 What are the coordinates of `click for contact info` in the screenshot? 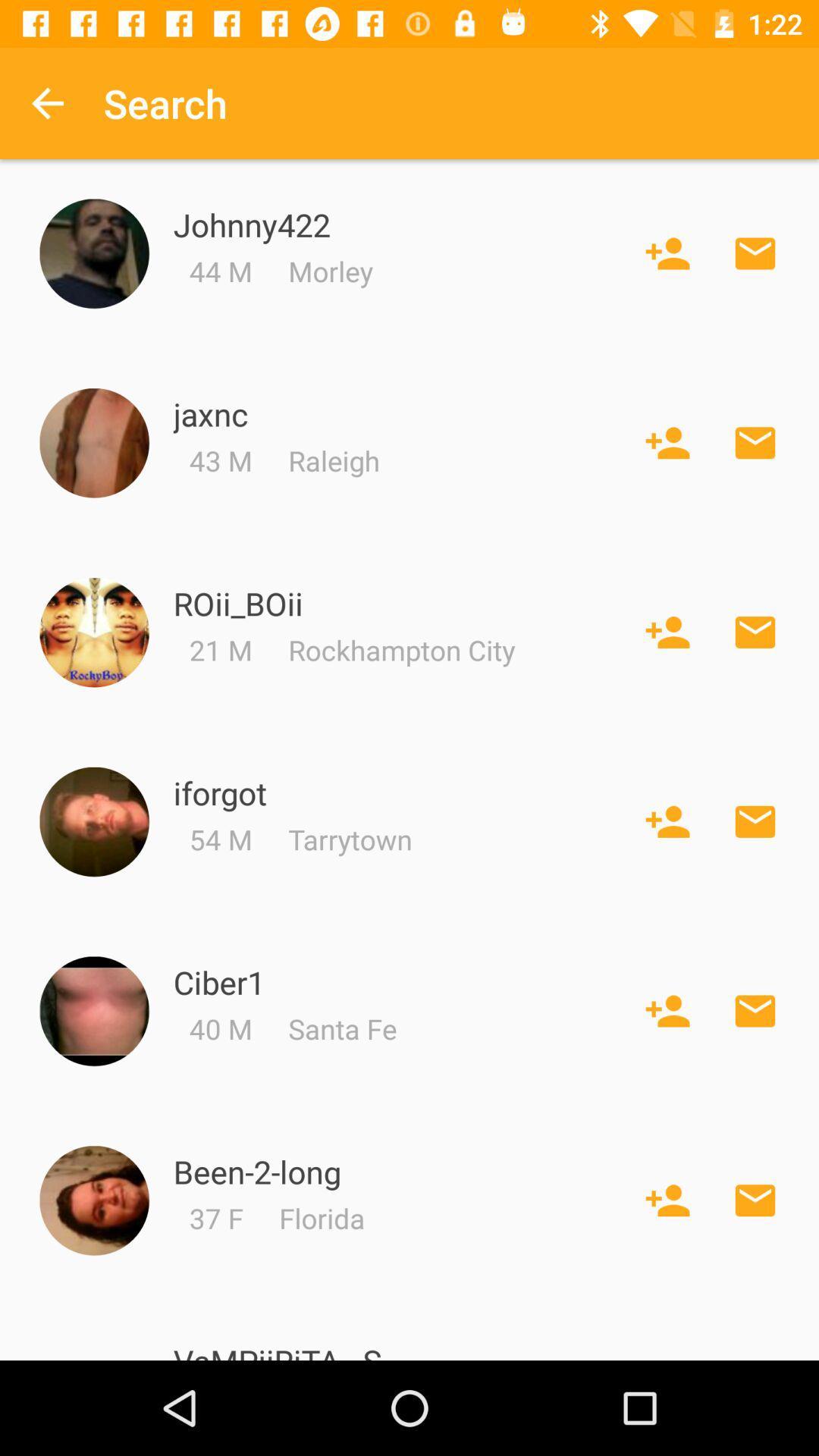 It's located at (94, 821).